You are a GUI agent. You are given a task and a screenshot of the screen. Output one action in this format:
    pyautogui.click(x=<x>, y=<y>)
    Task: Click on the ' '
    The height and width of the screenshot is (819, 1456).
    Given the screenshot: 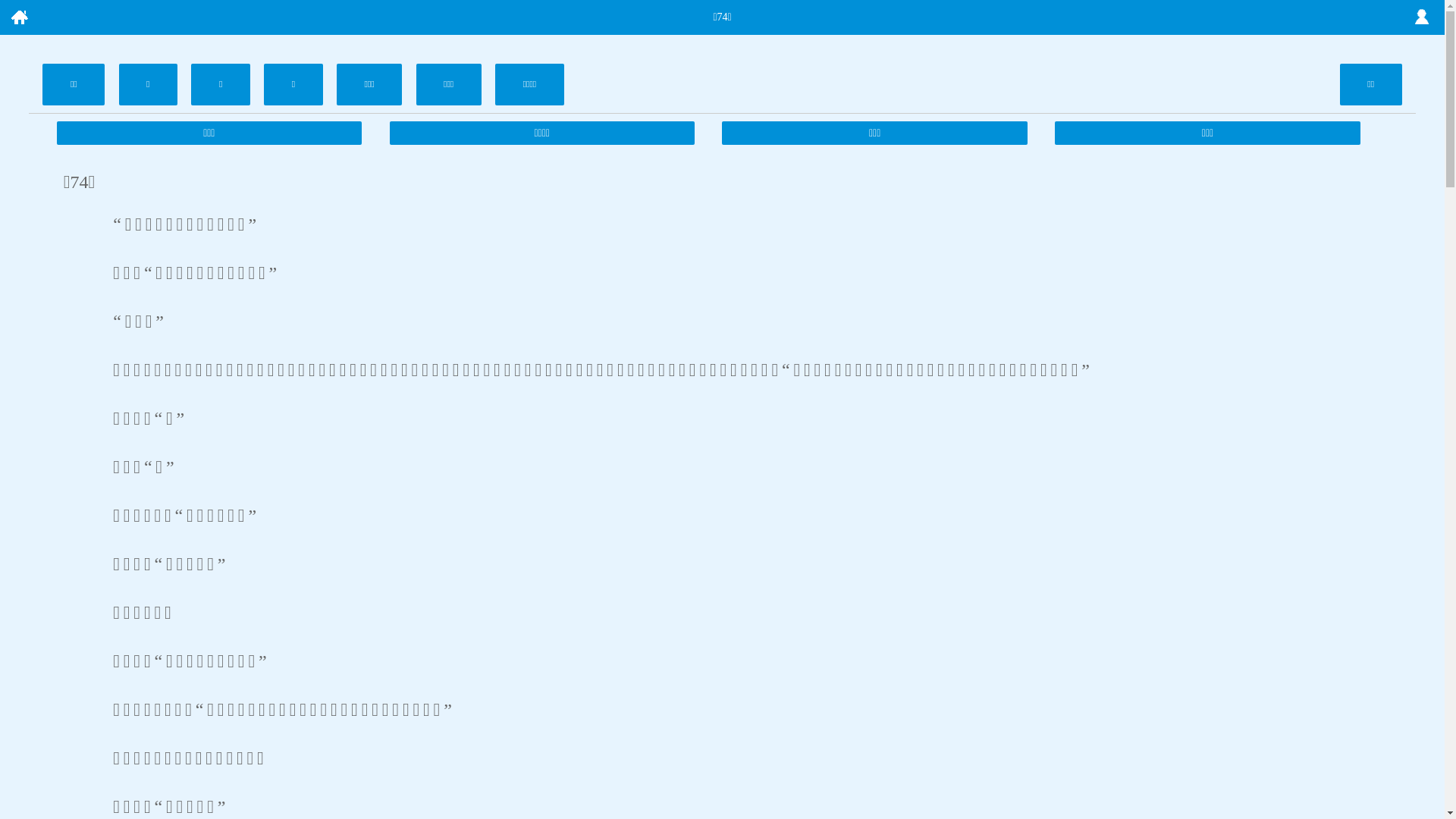 What is the action you would take?
    pyautogui.click(x=1421, y=17)
    